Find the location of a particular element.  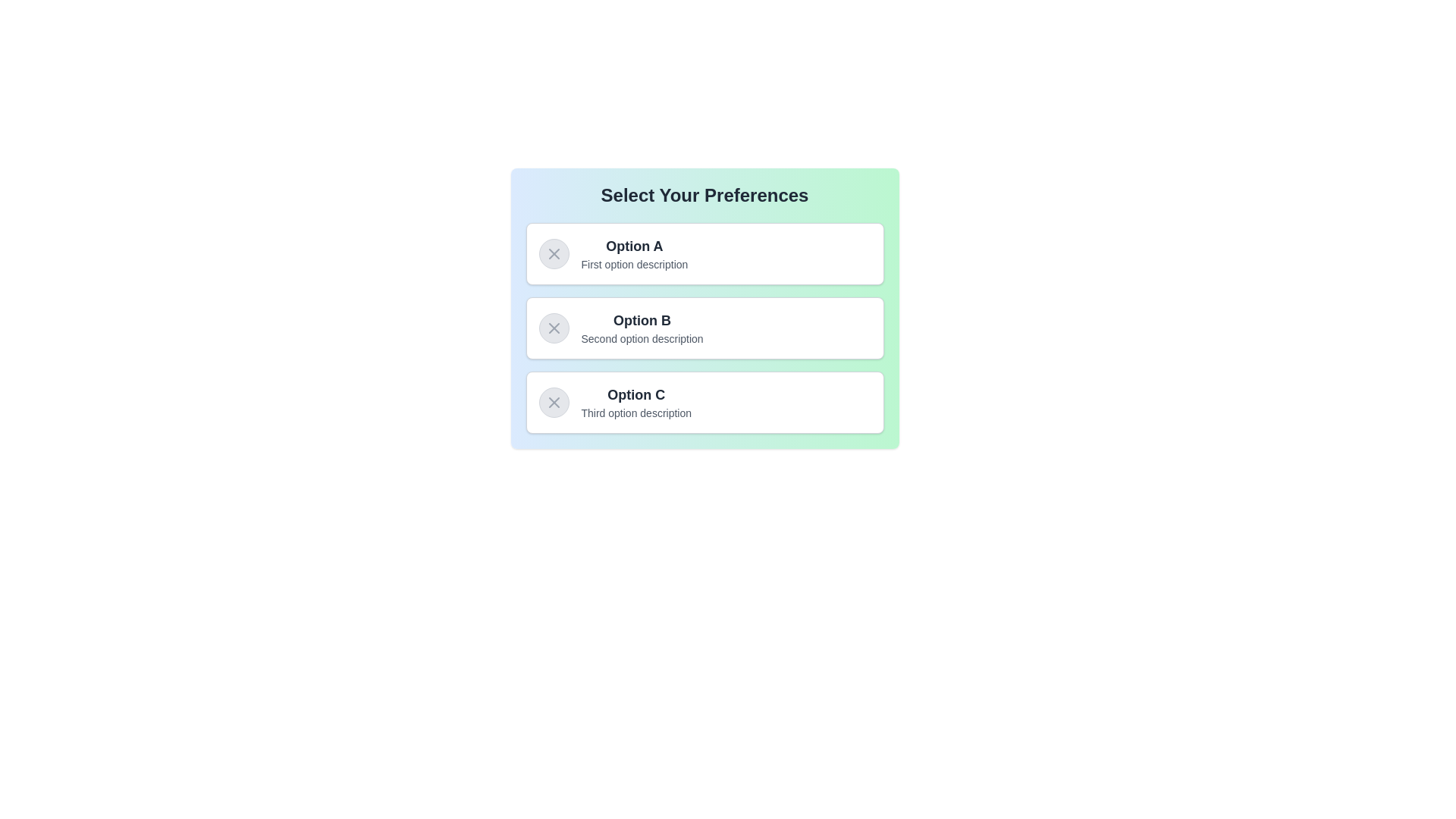

the second selectable list item in the preference selection interface, located between 'Option A' and 'Option C' is located at coordinates (704, 327).